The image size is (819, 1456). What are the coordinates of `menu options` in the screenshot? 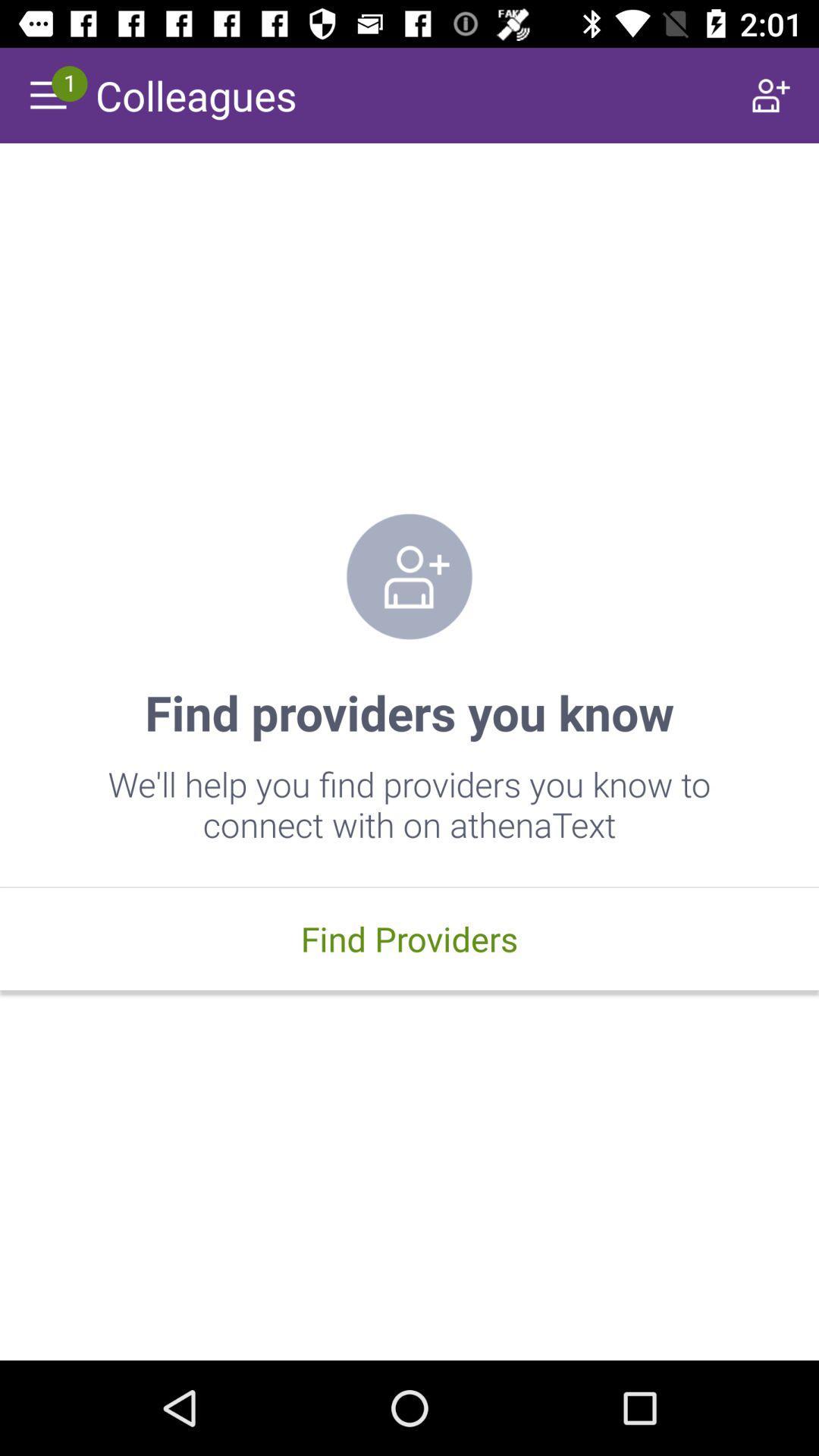 It's located at (46, 94).